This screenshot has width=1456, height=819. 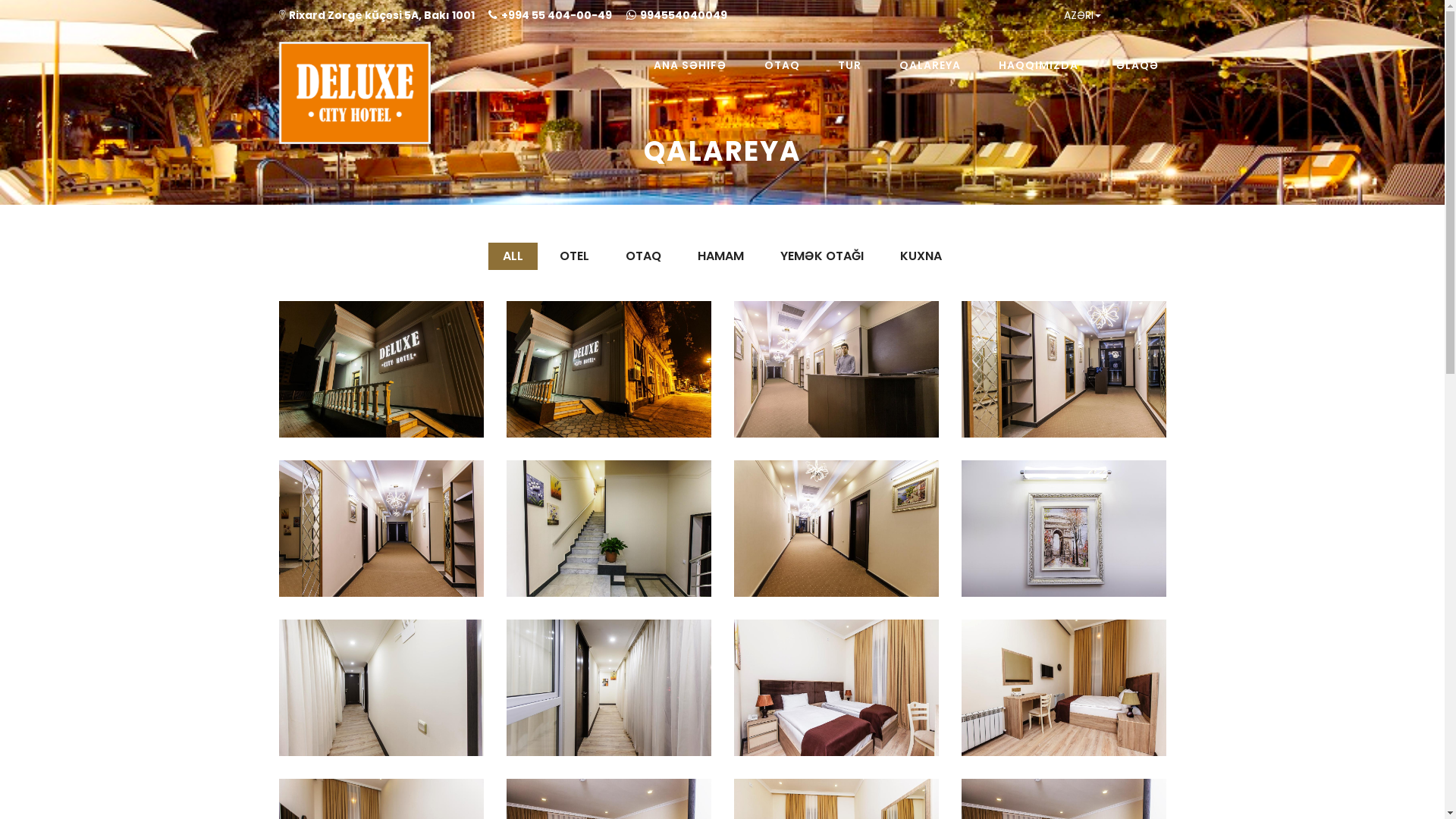 I want to click on 'OTAQ', so click(x=782, y=64).